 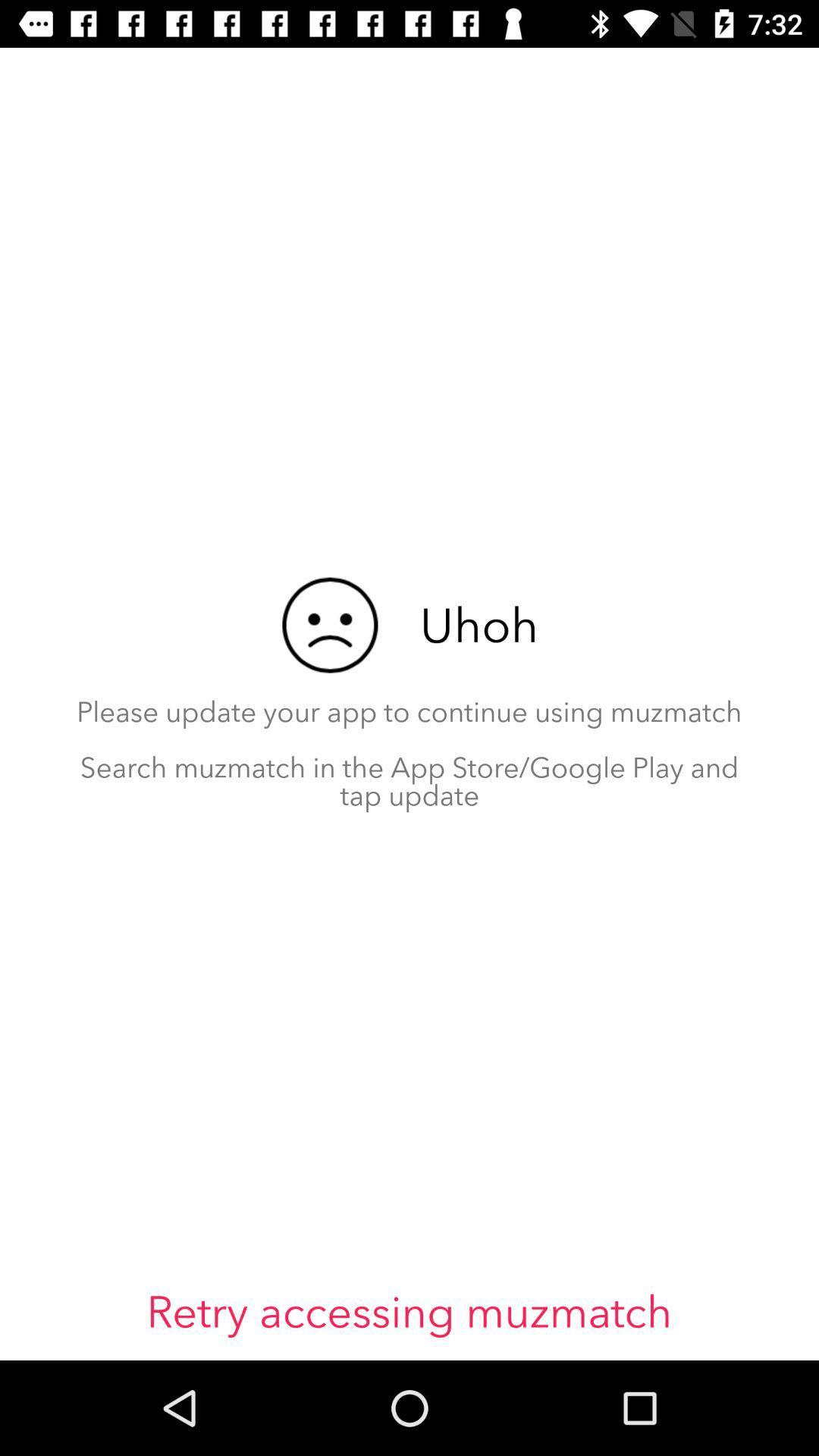 What do you see at coordinates (409, 1312) in the screenshot?
I see `retry accessing muzmatch icon` at bounding box center [409, 1312].